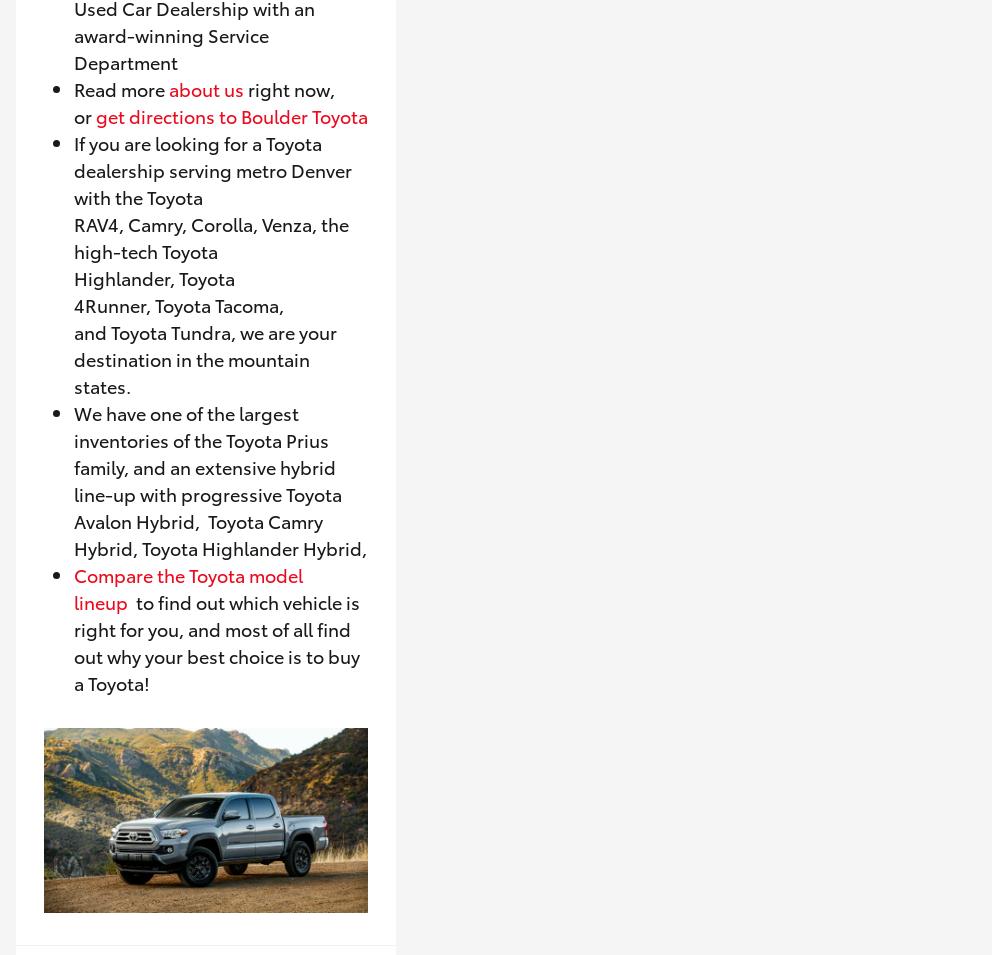  I want to click on 'Toyota 4Runner,', so click(154, 290).